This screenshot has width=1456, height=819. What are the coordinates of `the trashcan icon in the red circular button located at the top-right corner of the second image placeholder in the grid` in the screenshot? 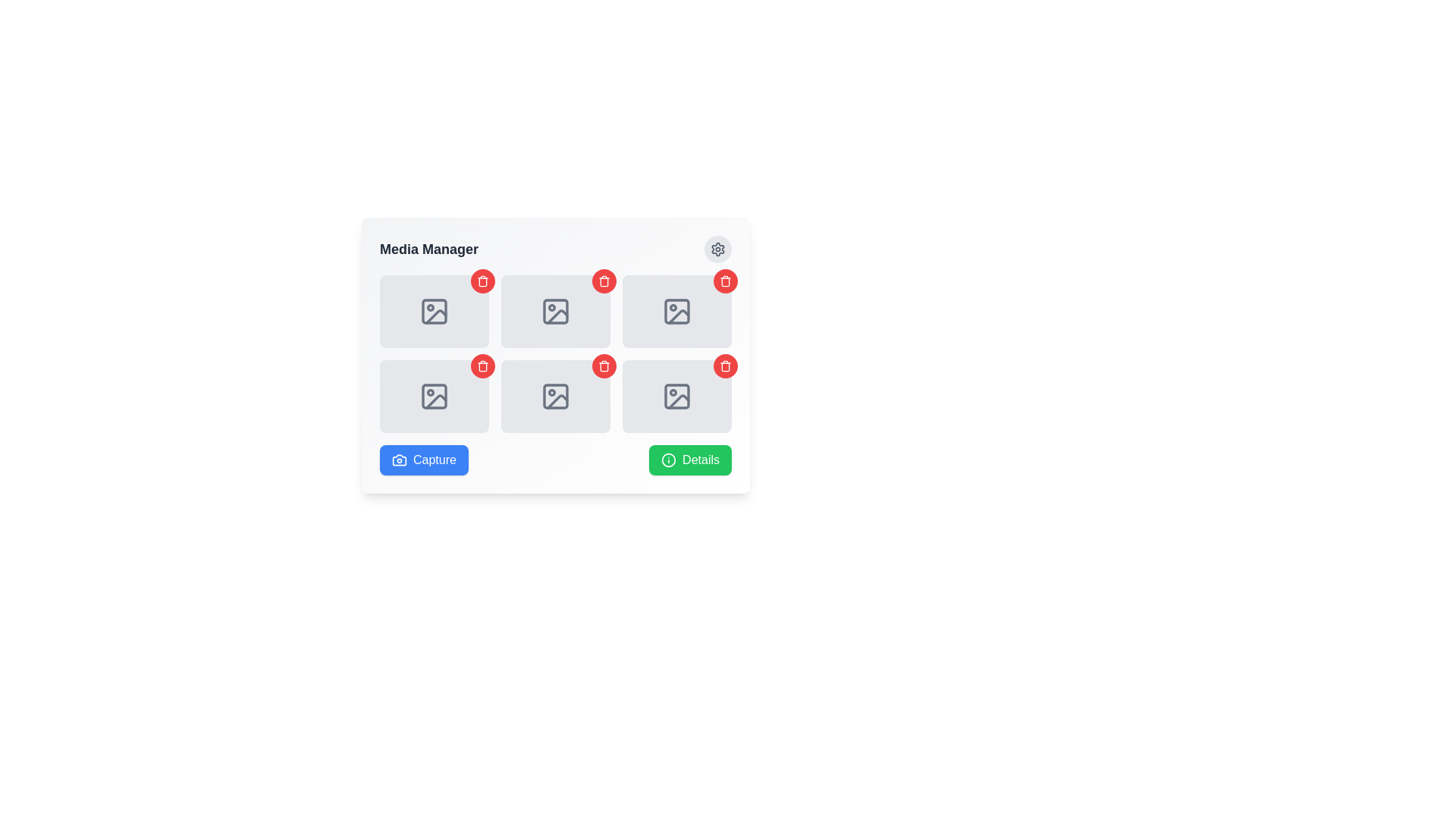 It's located at (482, 366).